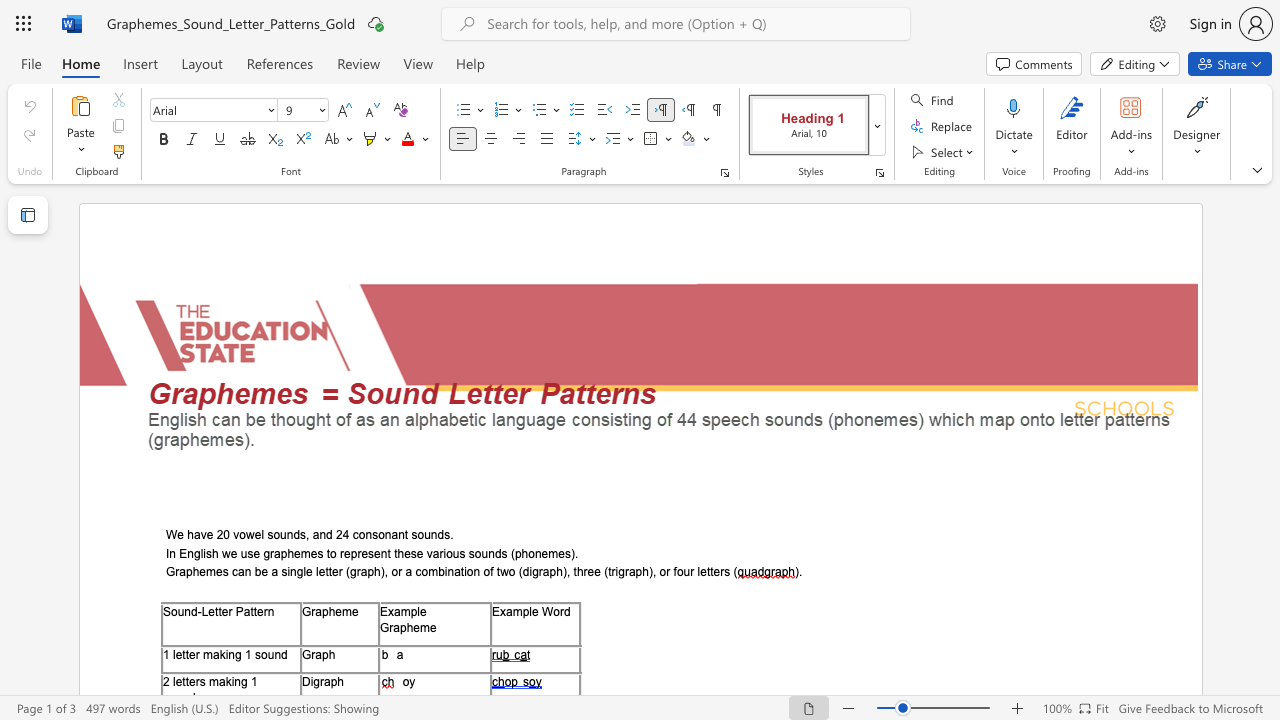 Image resolution: width=1280 pixels, height=720 pixels. I want to click on the subset text "ample Graphem" within the text "Example Grapheme", so click(393, 610).